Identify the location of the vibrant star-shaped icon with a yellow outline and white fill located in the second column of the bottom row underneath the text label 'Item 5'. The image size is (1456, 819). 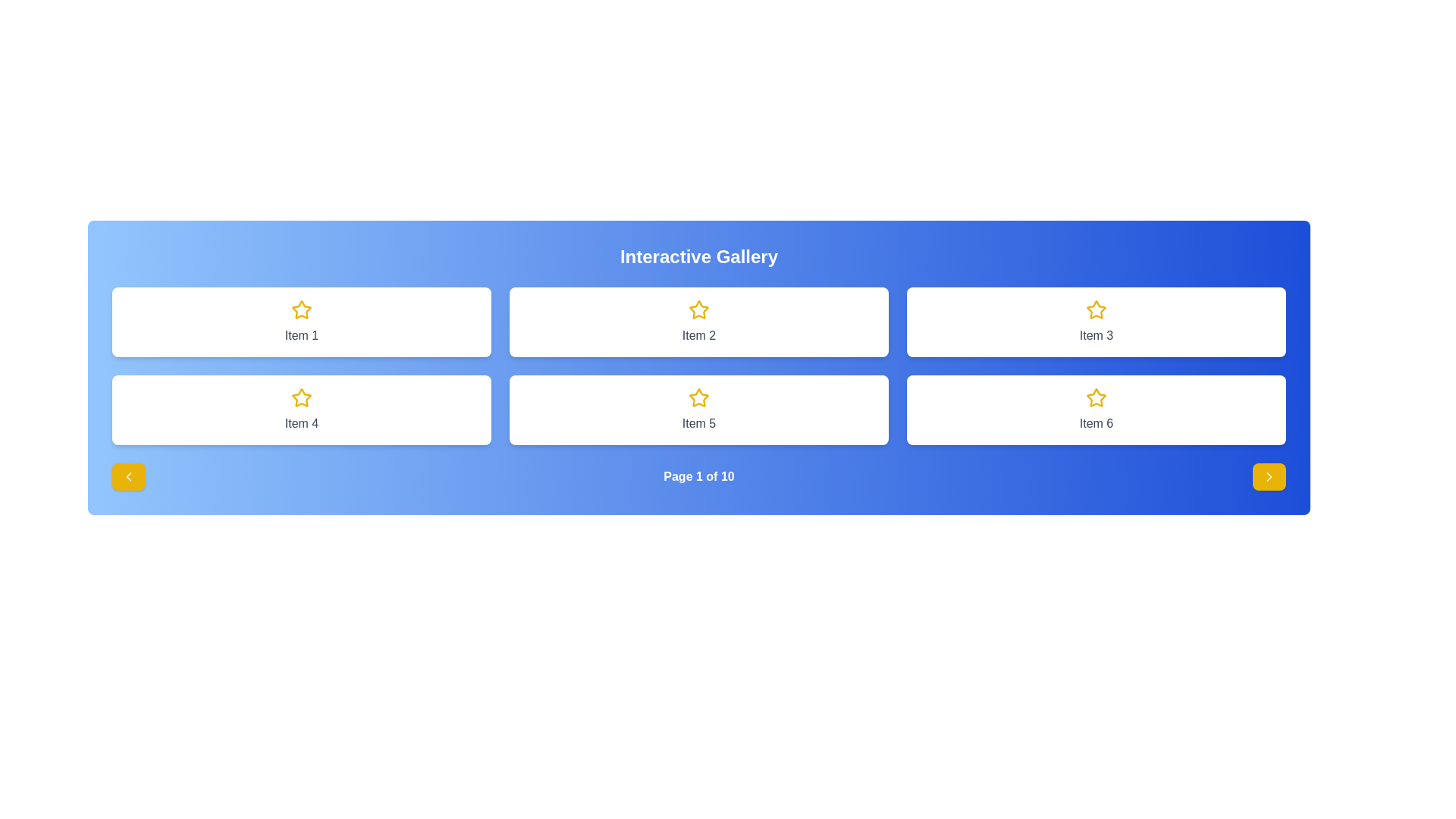
(698, 397).